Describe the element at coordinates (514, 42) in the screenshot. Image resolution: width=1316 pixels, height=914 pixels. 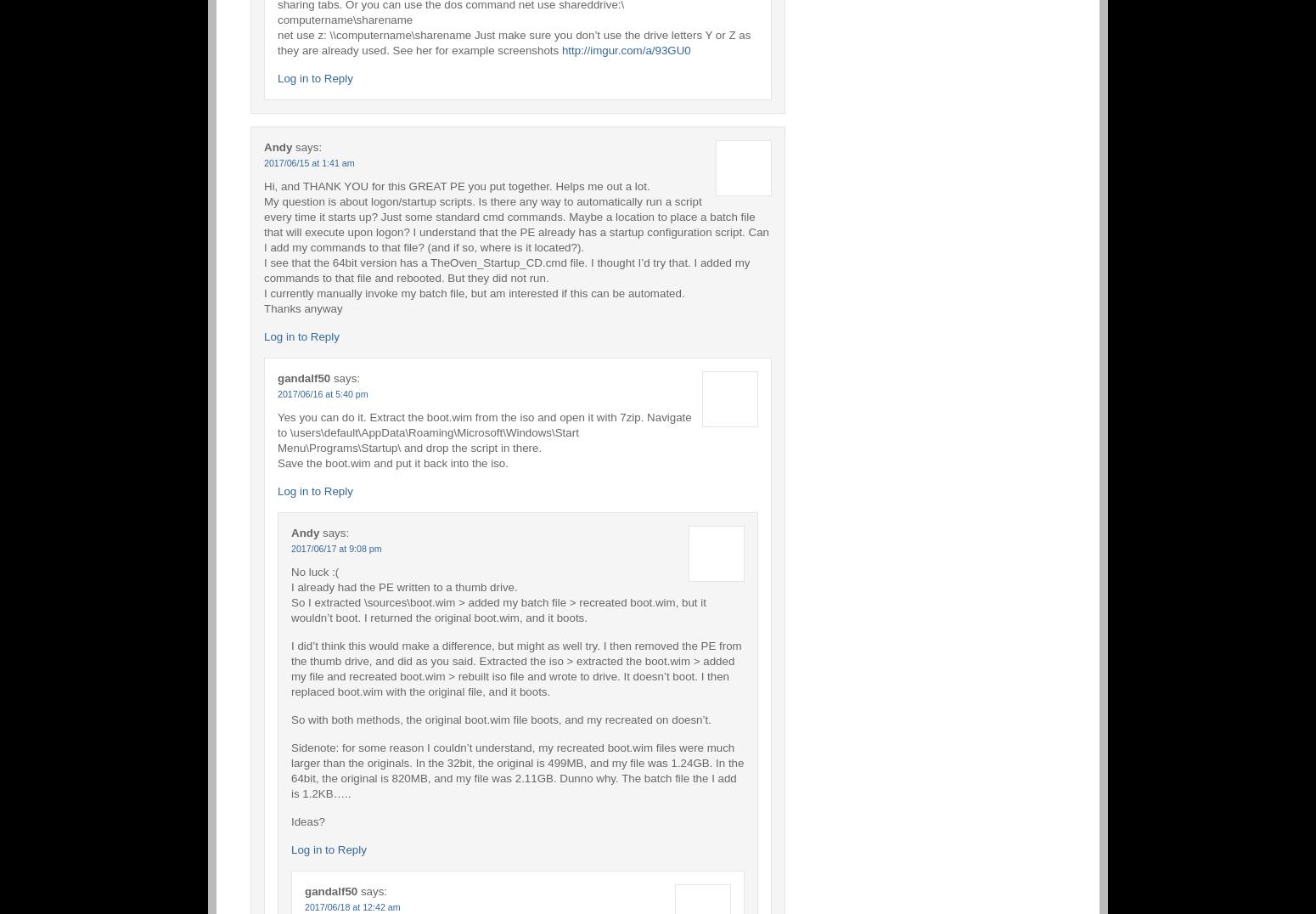
I see `'net use z: \\computername\sharename Just make sure you don’t use the drive letters Y or Z as they are already used. See her for example screenshots'` at that location.